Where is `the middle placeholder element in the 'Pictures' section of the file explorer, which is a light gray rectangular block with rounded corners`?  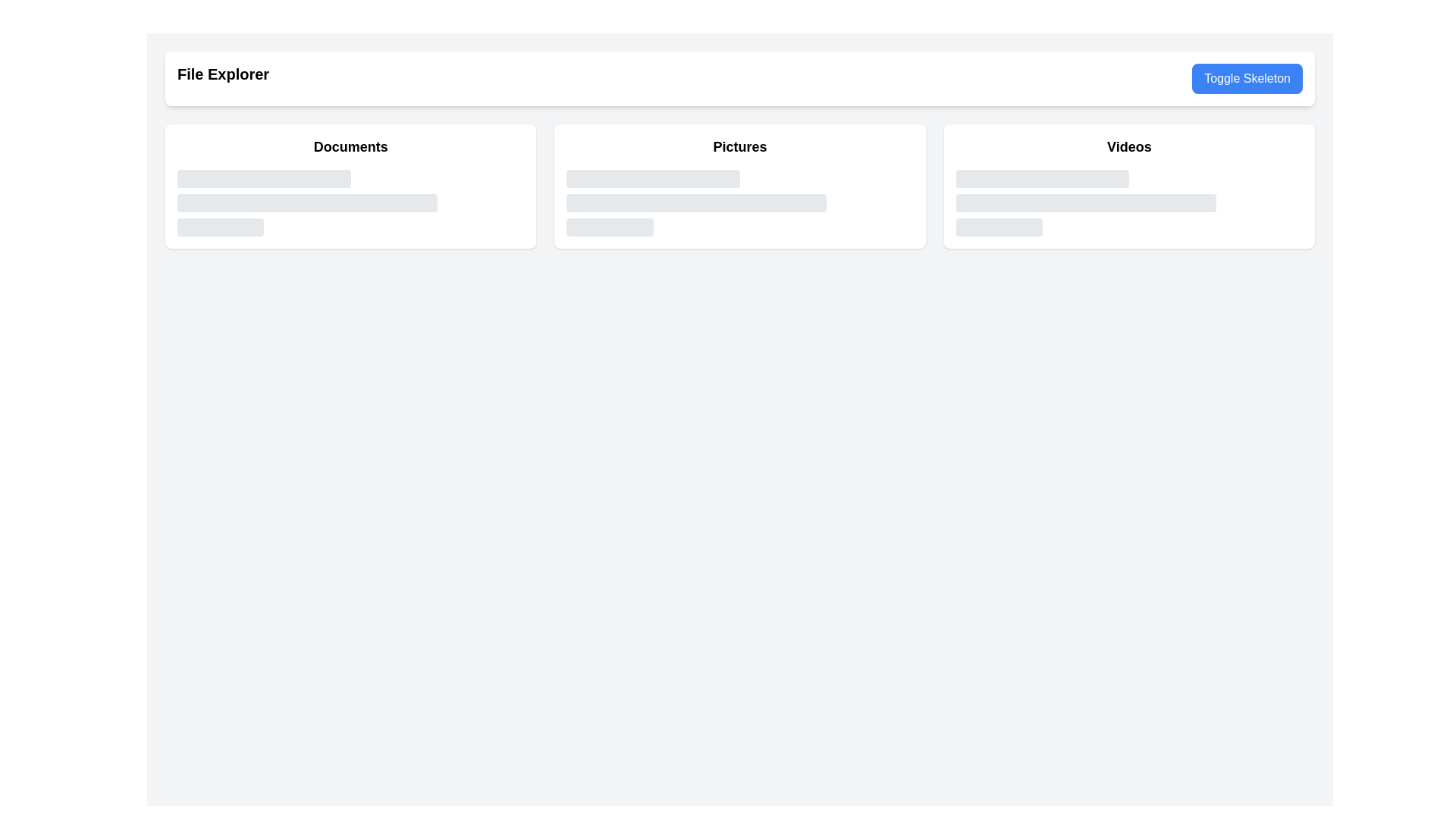
the middle placeholder element in the 'Pictures' section of the file explorer, which is a light gray rectangular block with rounded corners is located at coordinates (695, 202).